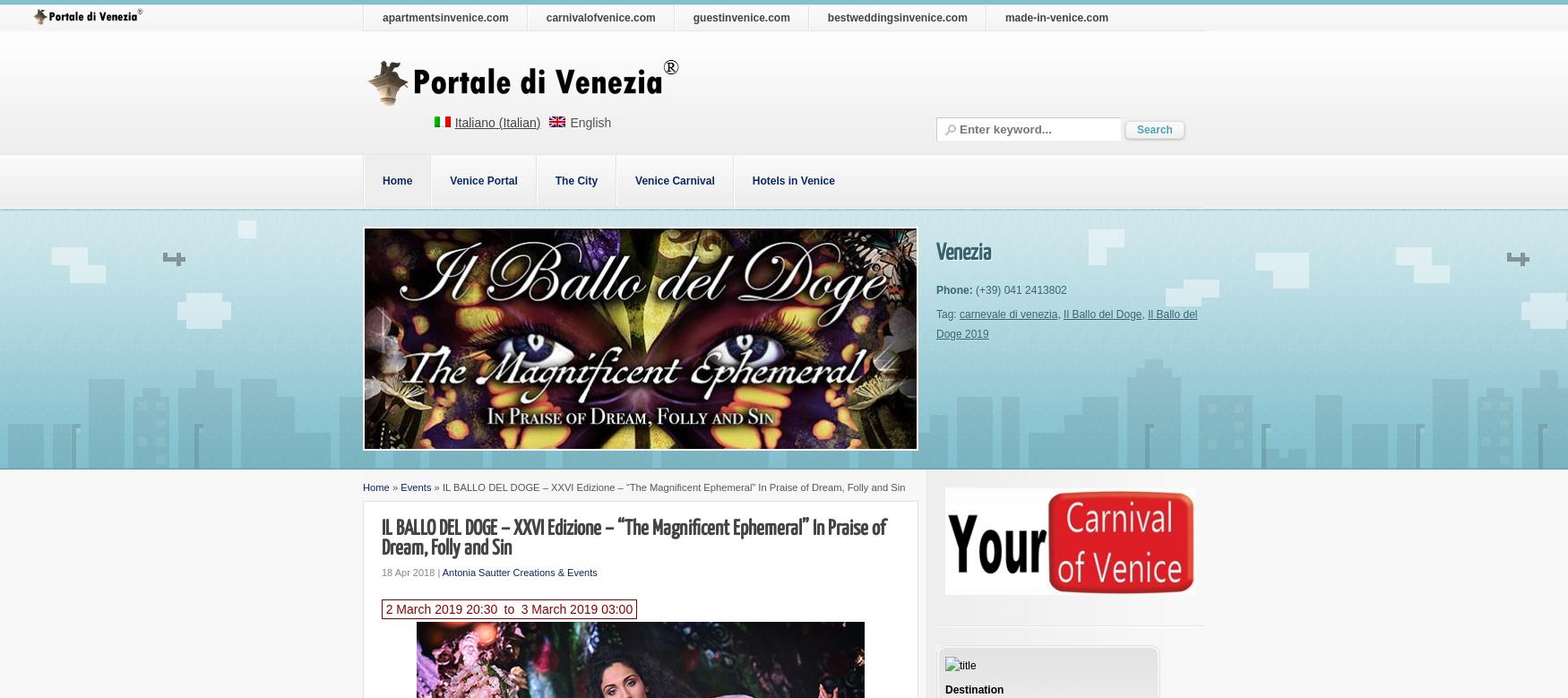 The image size is (1568, 698). I want to click on '2 March 2019 20:30', so click(441, 608).